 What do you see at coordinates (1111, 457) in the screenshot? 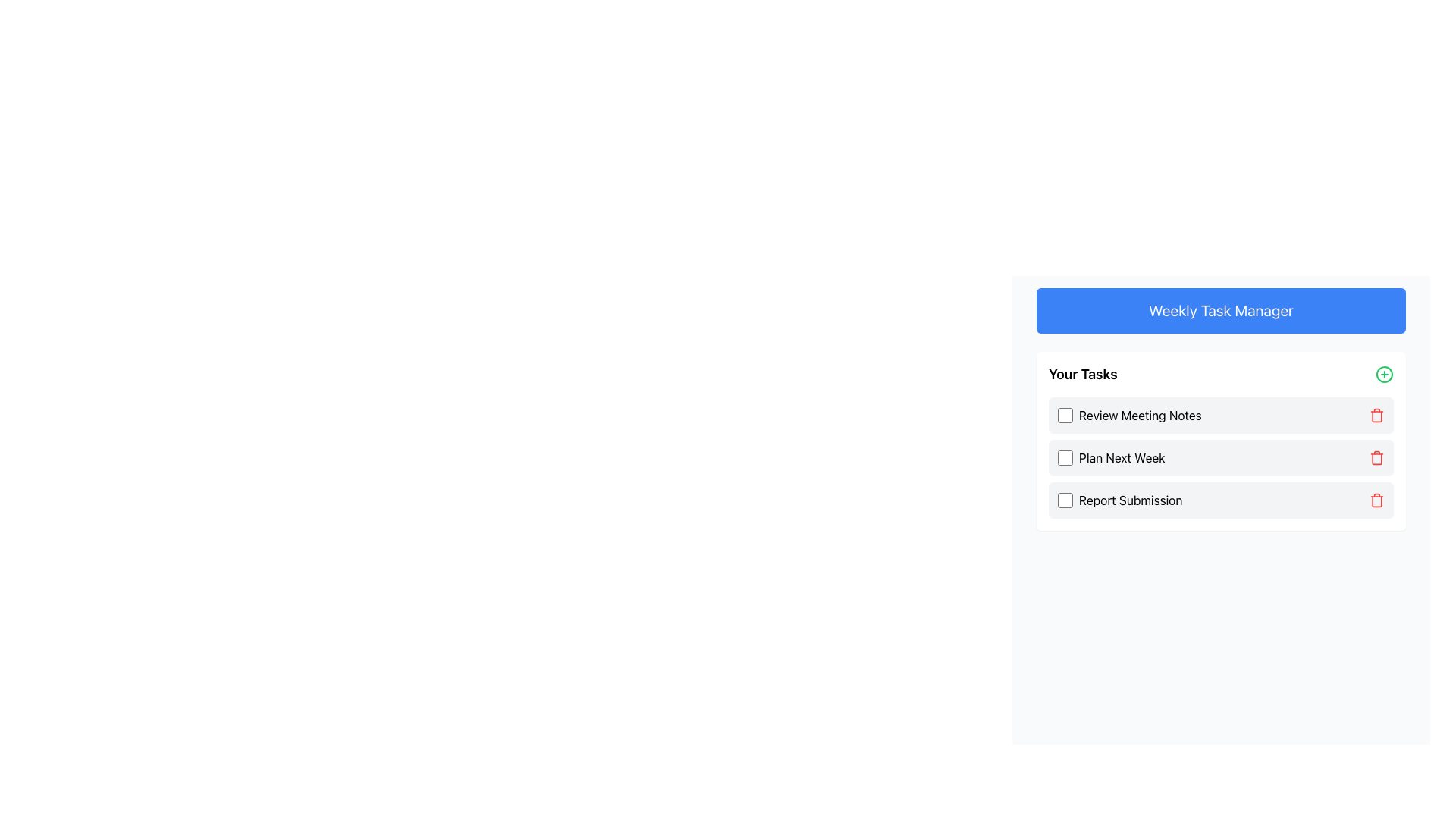
I see `the text label associated with the checkbox, which is the second item in the task list under 'Your Tasks'` at bounding box center [1111, 457].